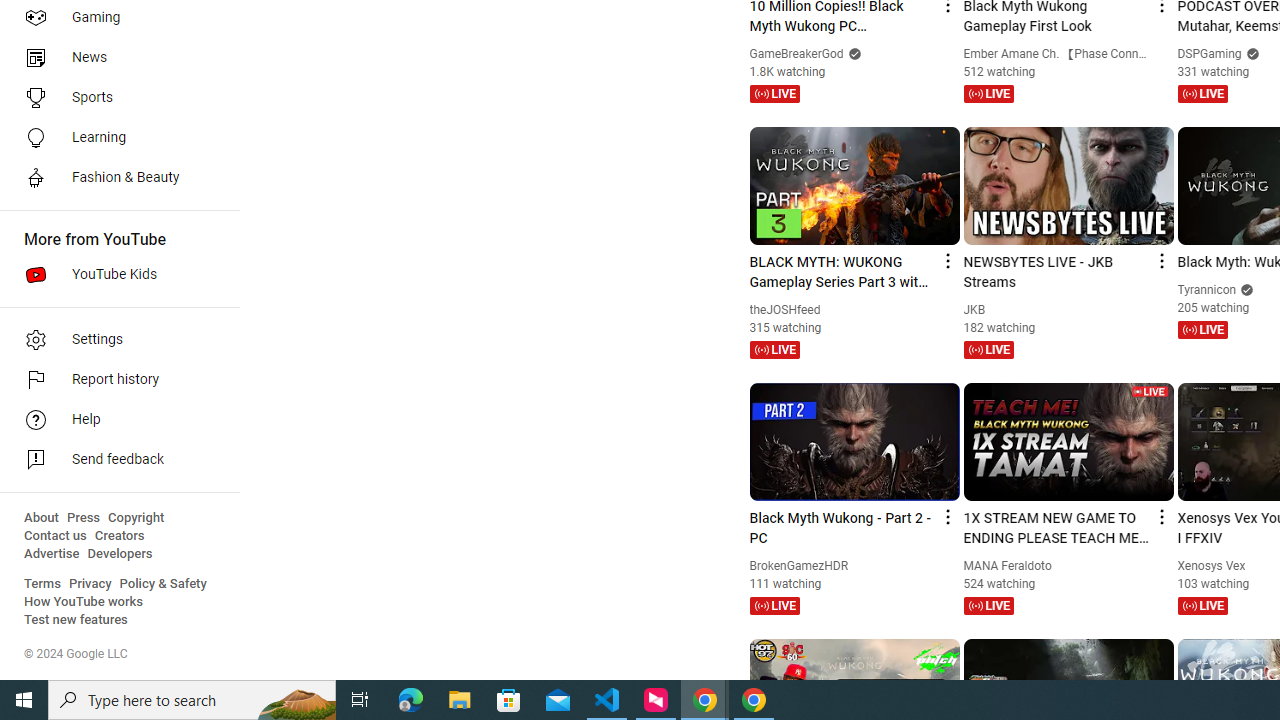 The height and width of the screenshot is (720, 1280). I want to click on 'Tyrannicon', so click(1206, 289).